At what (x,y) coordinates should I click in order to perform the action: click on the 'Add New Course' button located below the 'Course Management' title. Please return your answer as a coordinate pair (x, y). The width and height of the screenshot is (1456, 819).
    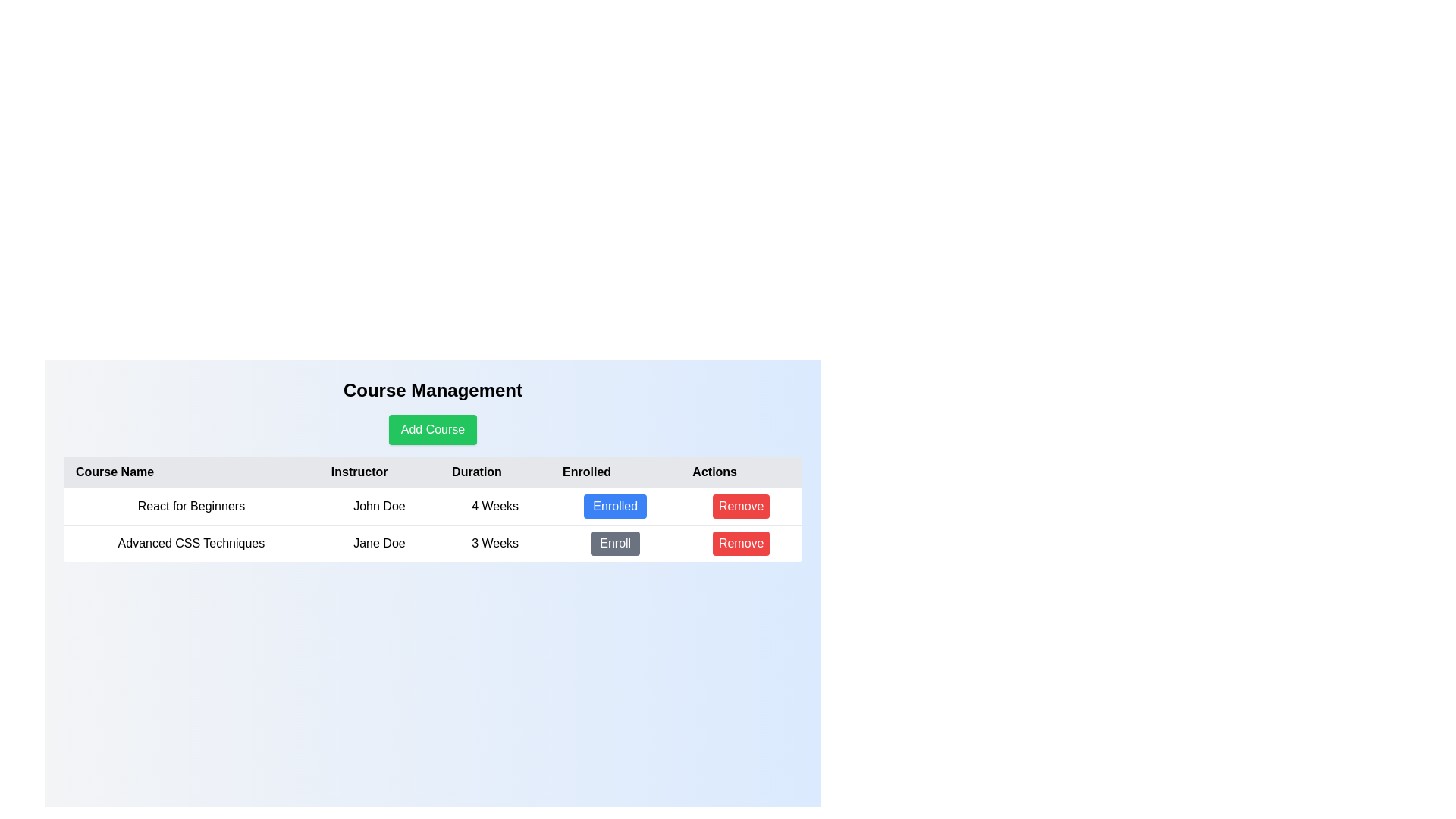
    Looking at the image, I should click on (432, 430).